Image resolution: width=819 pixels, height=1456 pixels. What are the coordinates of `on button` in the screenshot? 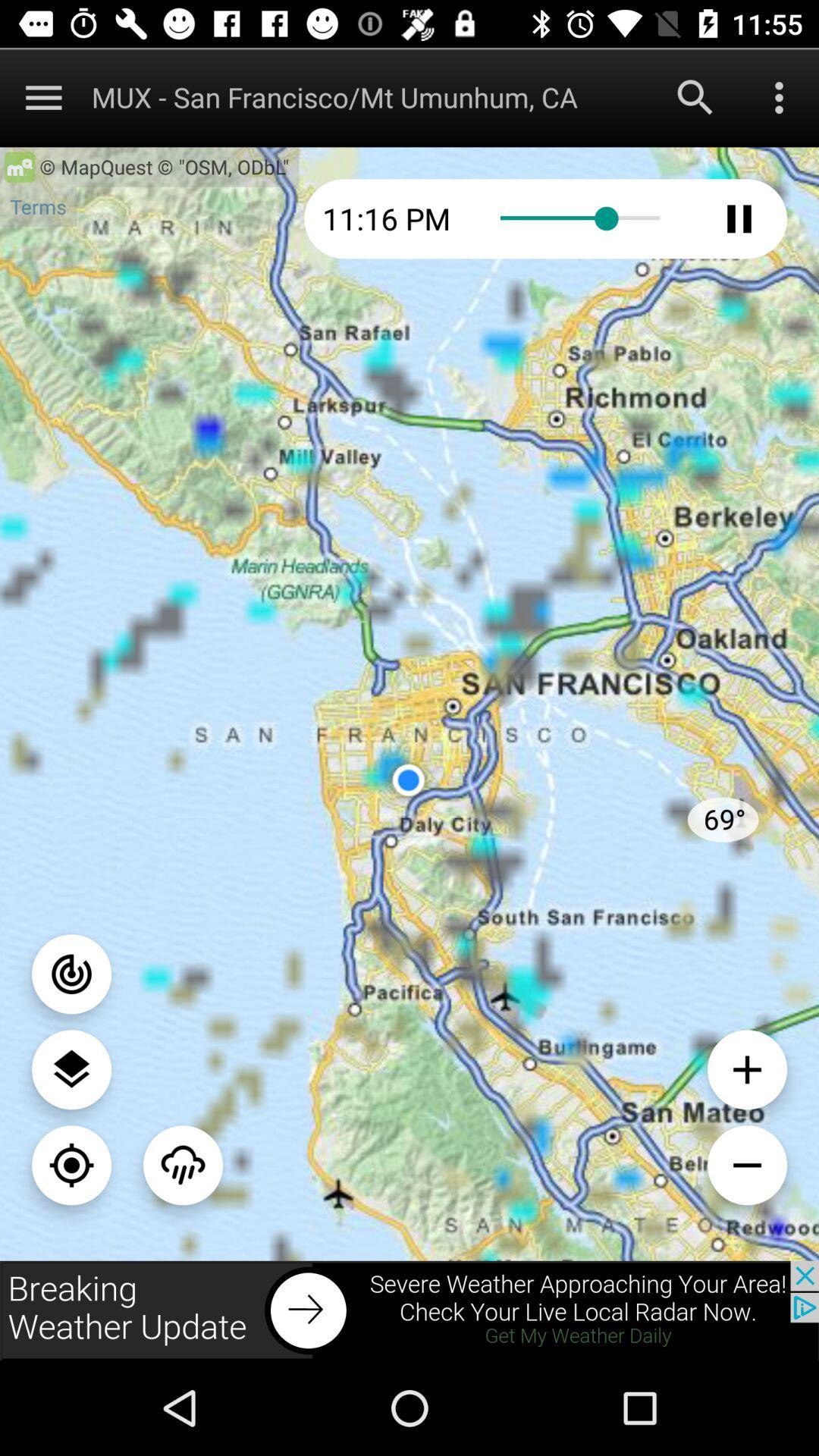 It's located at (71, 974).